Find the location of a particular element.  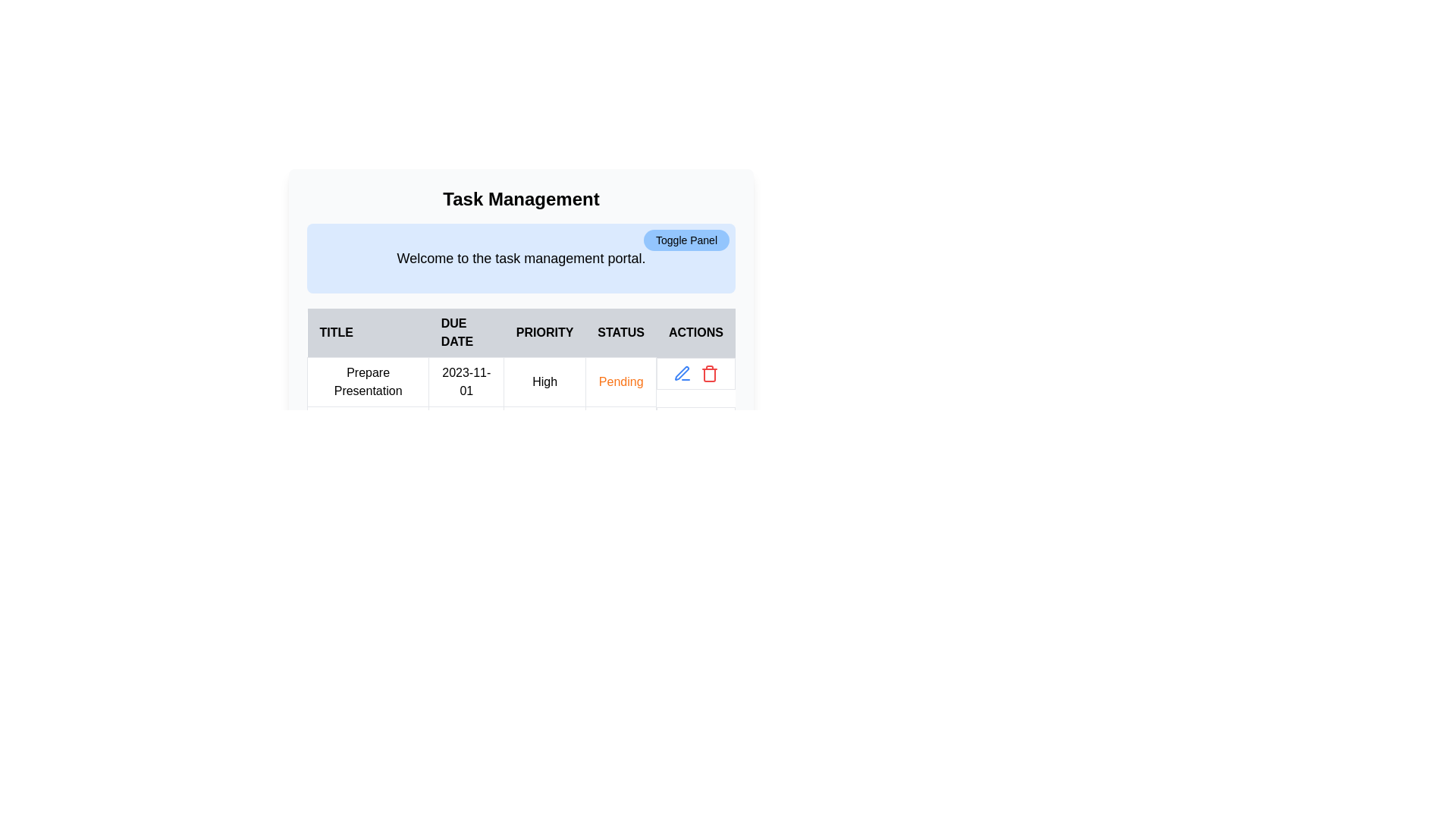

the 'ACTIONS' label, which is the last column header in a table, displayed in bold uppercase black font on a light grey background is located at coordinates (695, 332).